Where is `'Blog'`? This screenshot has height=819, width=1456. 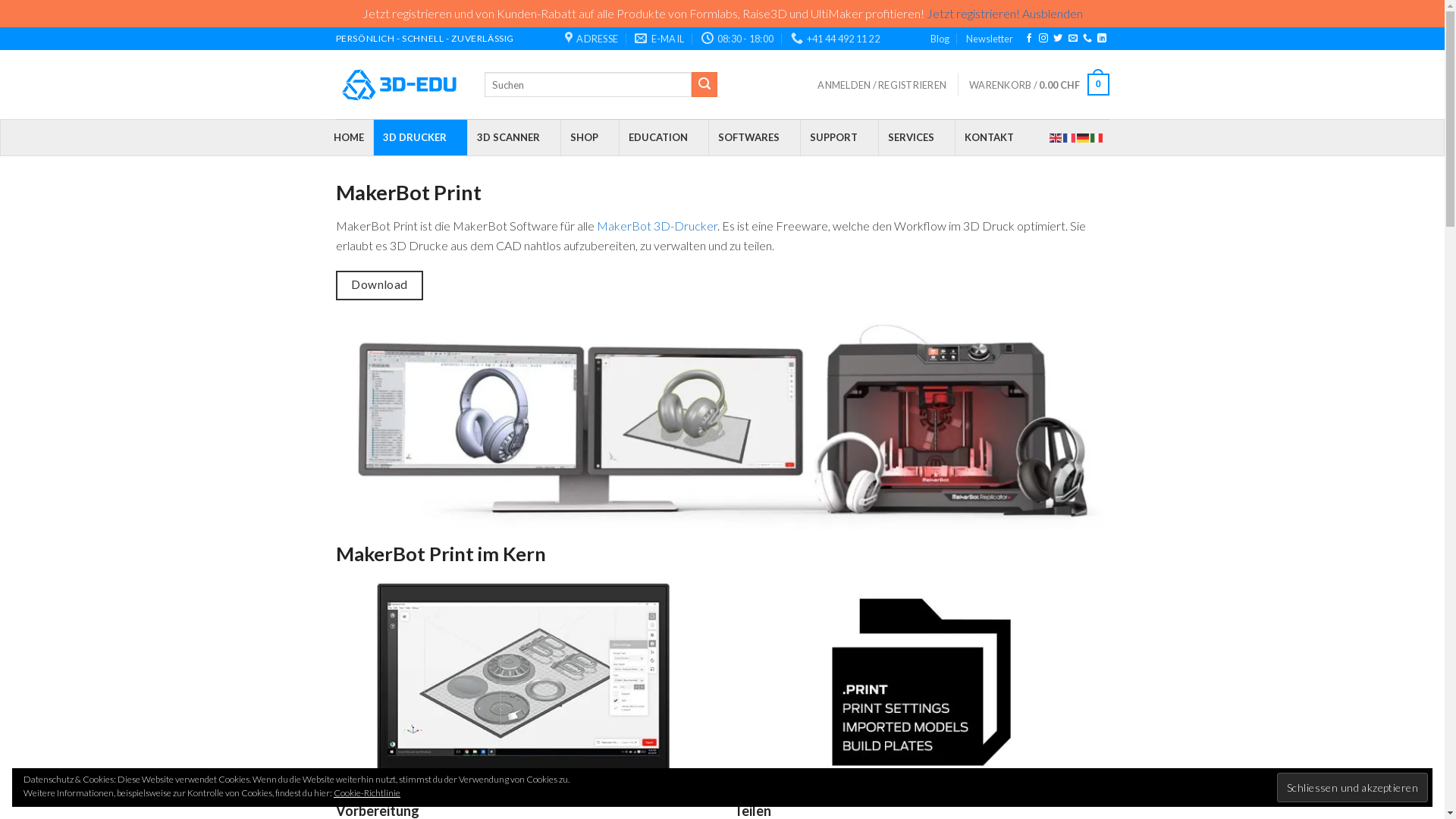
'Blog' is located at coordinates (939, 37).